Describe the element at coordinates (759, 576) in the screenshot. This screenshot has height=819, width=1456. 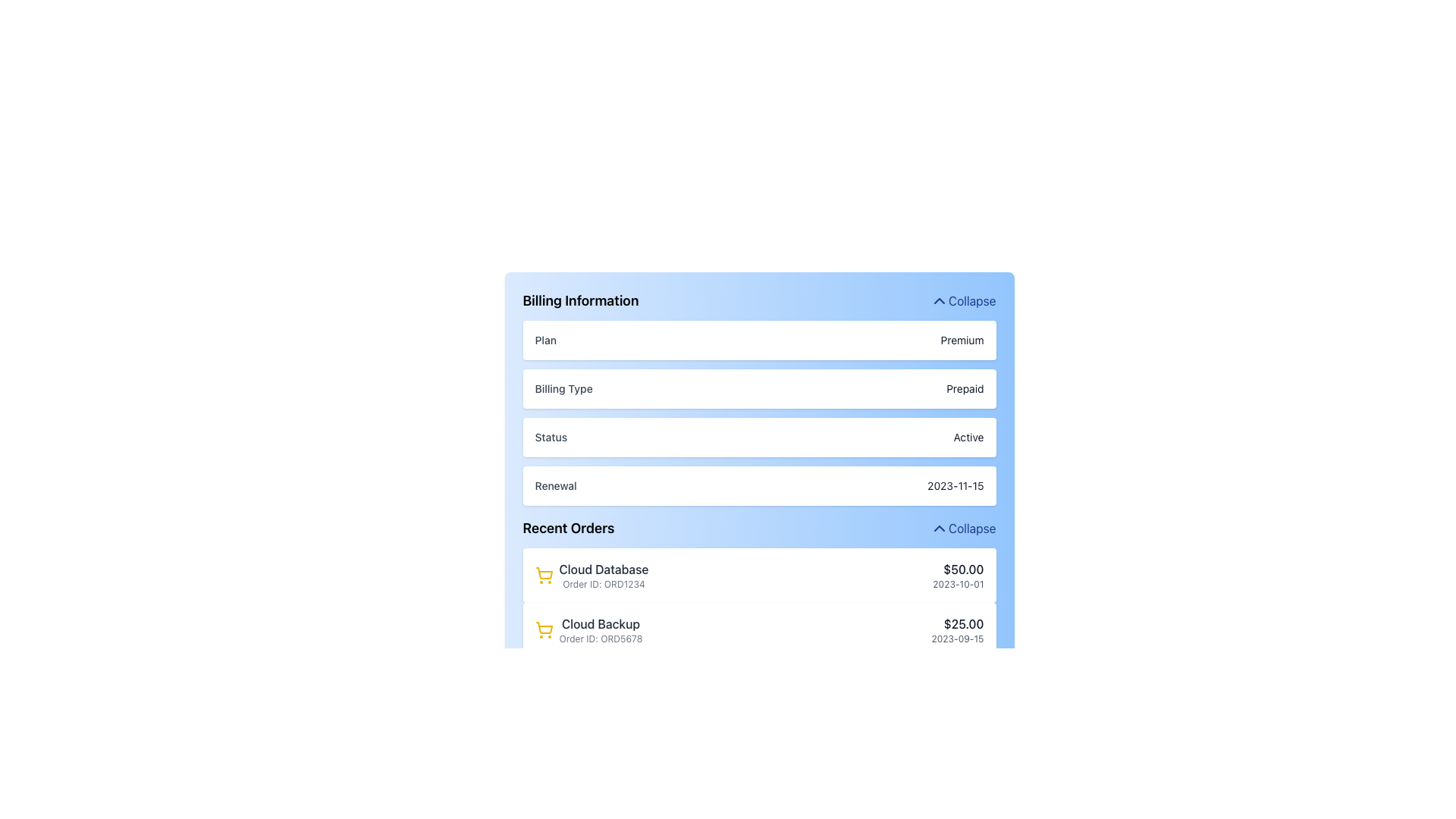
I see `the Information display panel that shows details about a recent cloud database order, including the title 'Cloud Database', order ID 'Order ID: ORD1234', price '$50.00', and date '2023-10-01'` at that location.